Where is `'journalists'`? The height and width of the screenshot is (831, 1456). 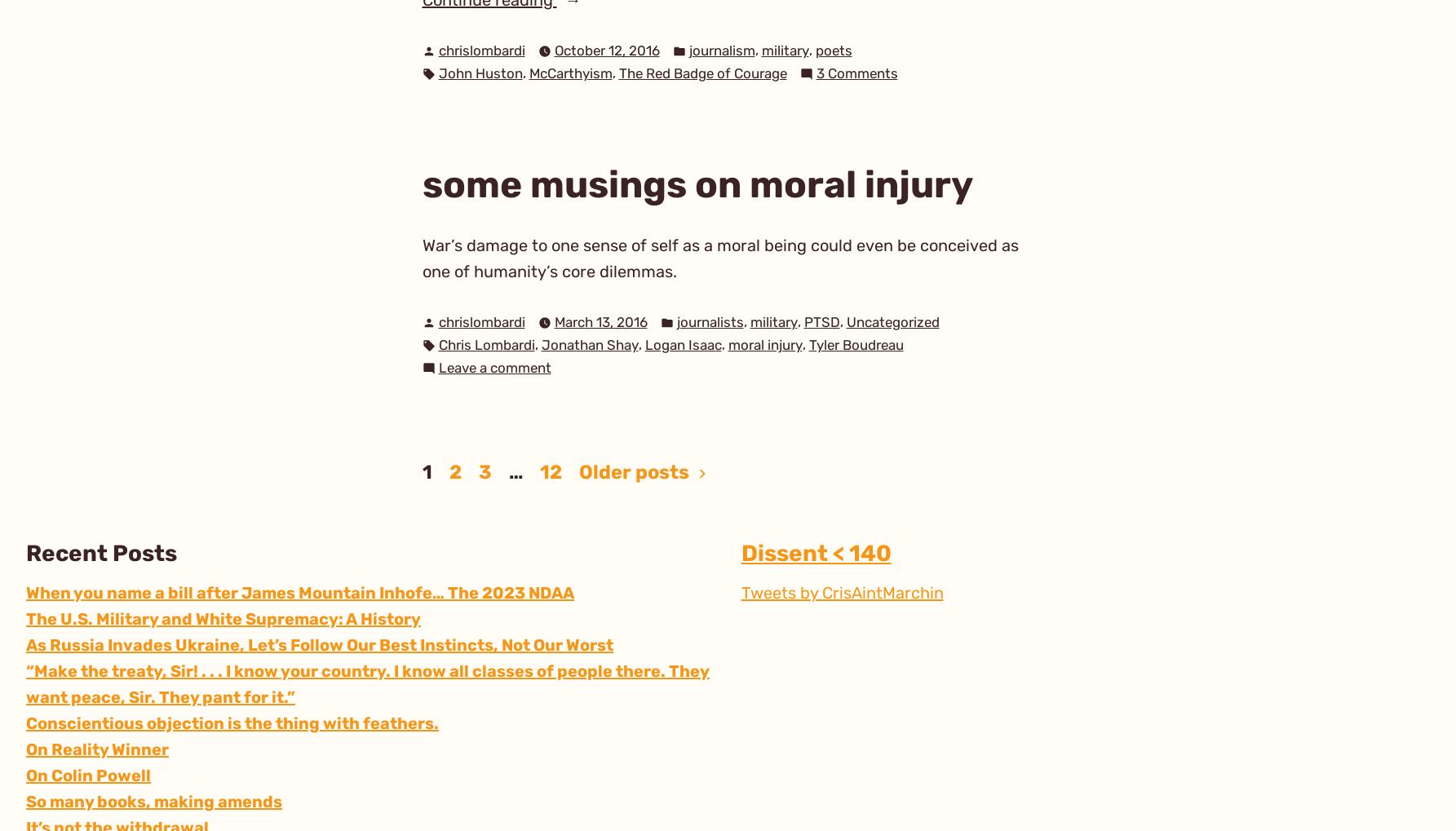 'journalists' is located at coordinates (710, 320).